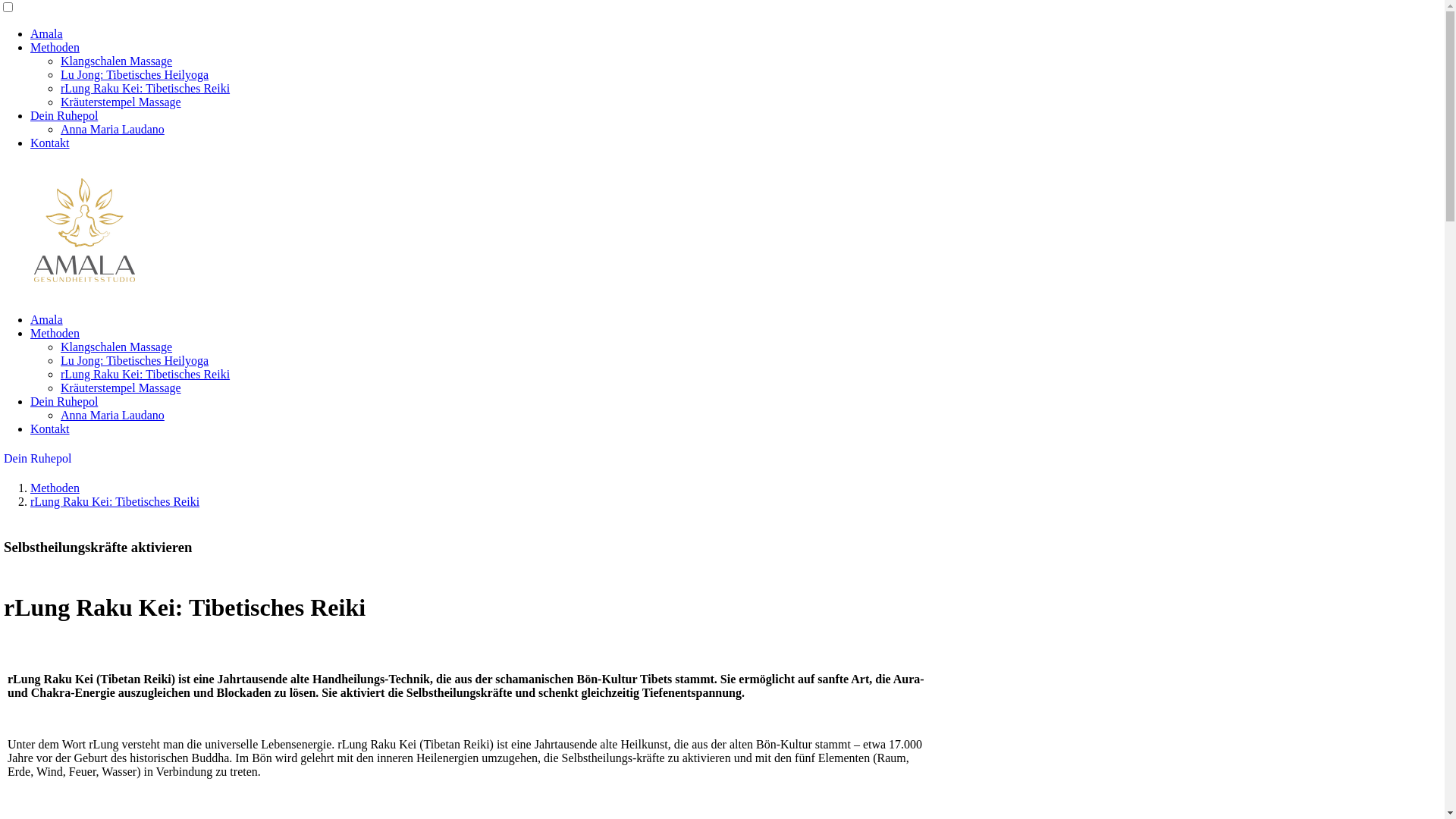  Describe the element at coordinates (30, 501) in the screenshot. I see `'rLung Raku Kei: Tibetisches Reiki'` at that location.